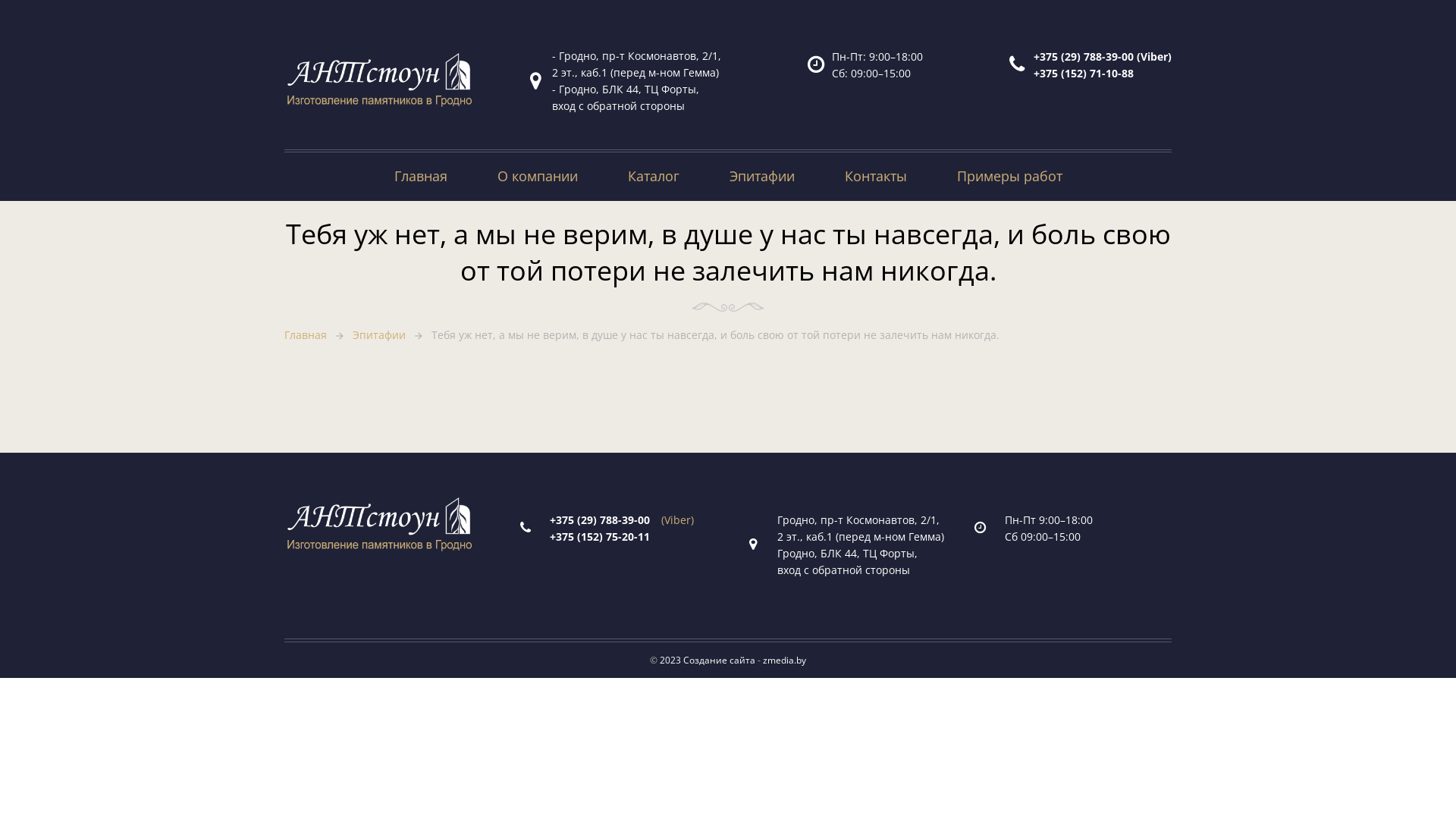  Describe the element at coordinates (1033, 55) in the screenshot. I see `'+375 (29) 788-39-00 (Viber)'` at that location.